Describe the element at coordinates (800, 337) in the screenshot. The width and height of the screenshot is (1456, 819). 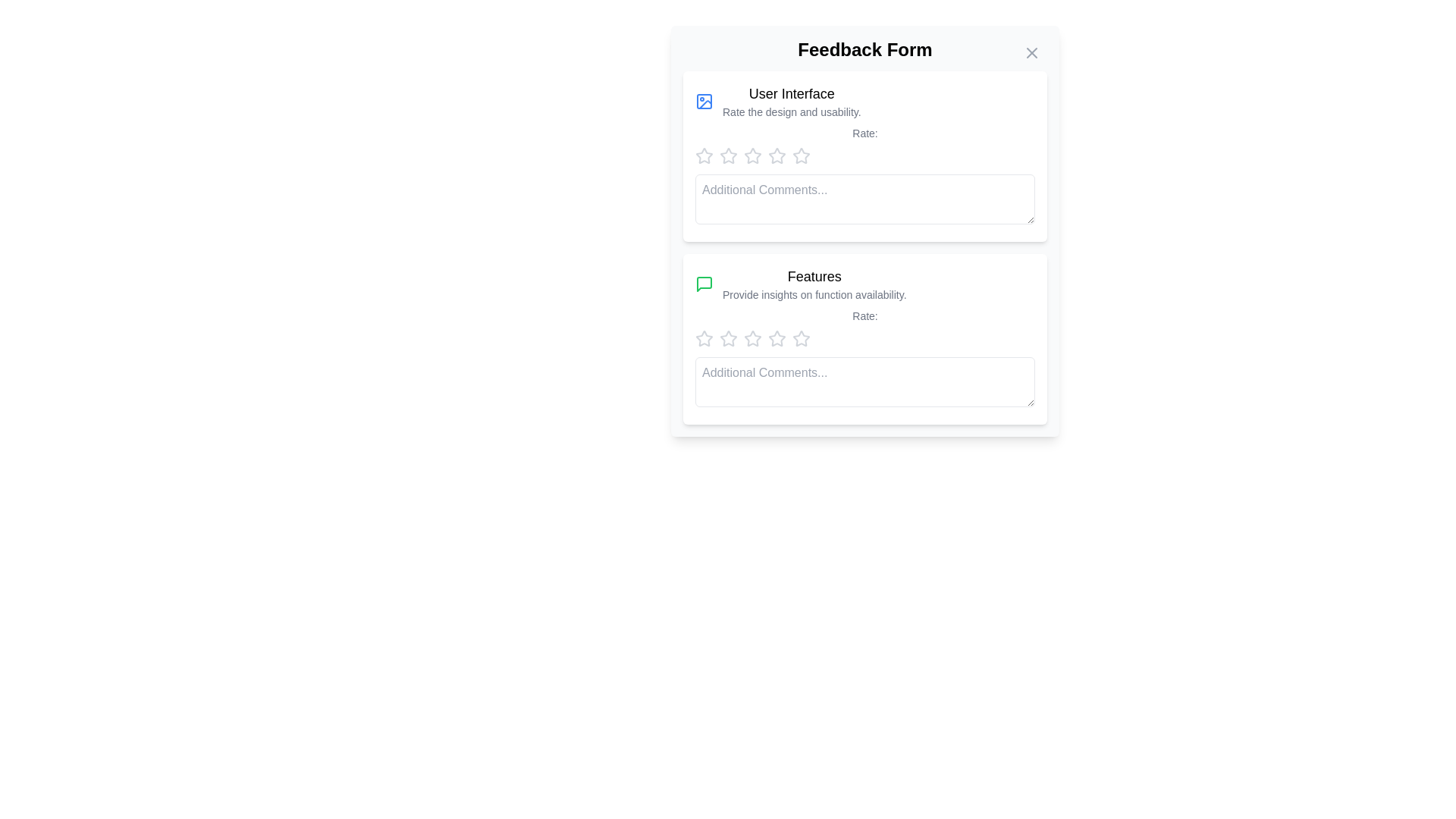
I see `the fourth star-shaped icon in the 'Features' section of the feedback form` at that location.